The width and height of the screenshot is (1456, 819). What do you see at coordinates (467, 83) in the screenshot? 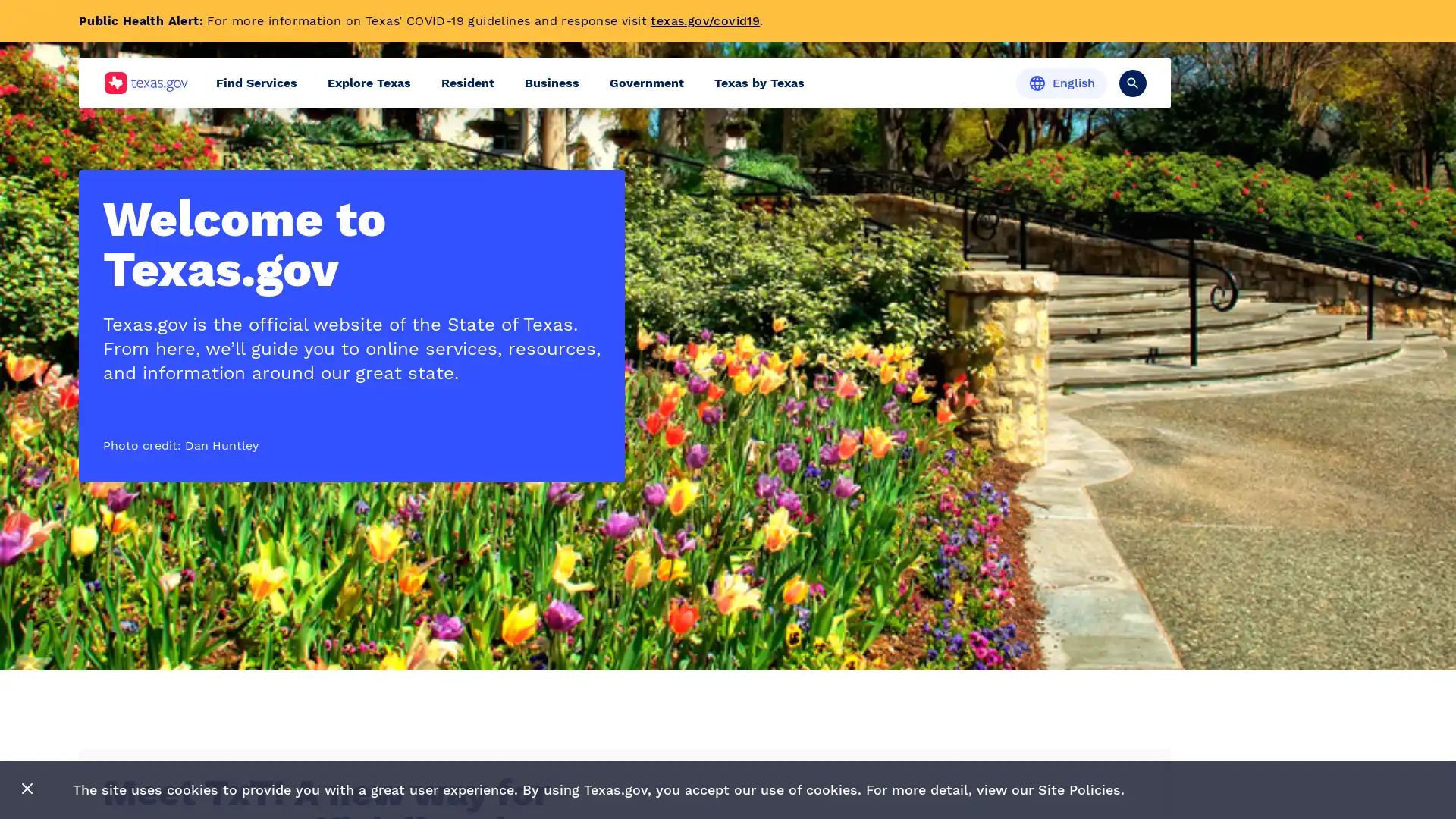
I see `Resident` at bounding box center [467, 83].